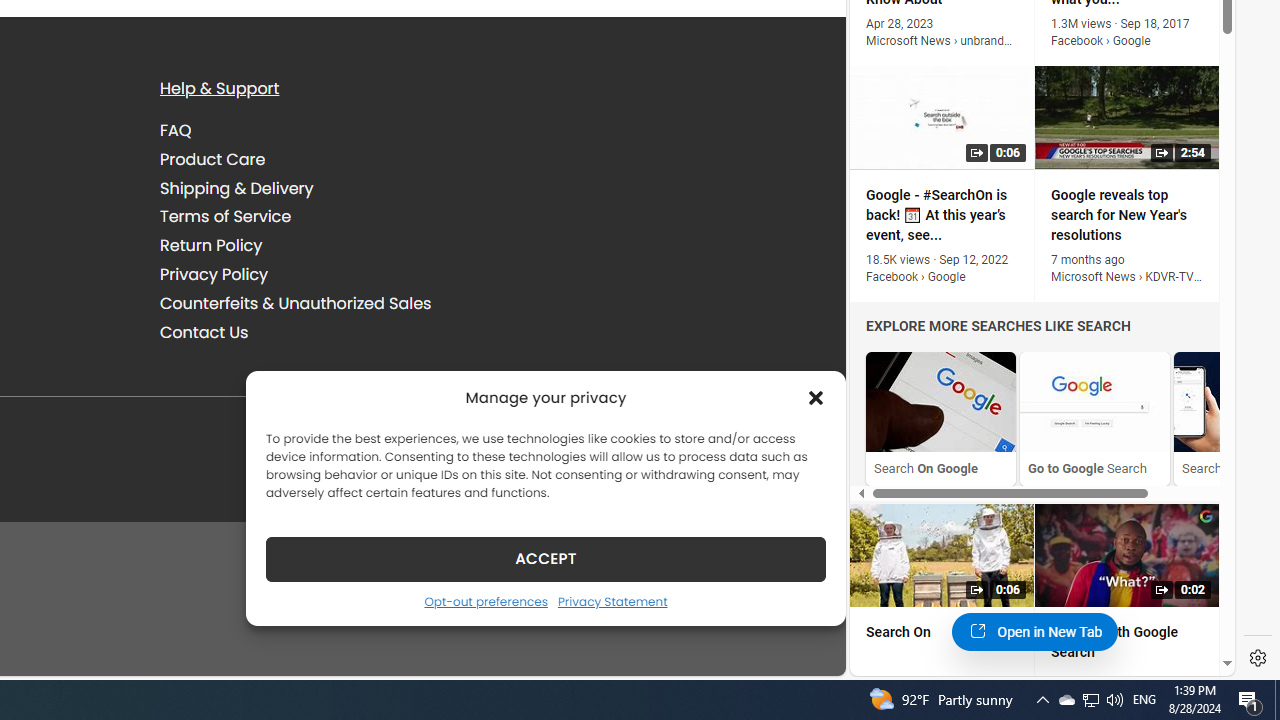 This screenshot has width=1280, height=720. Describe the element at coordinates (940, 417) in the screenshot. I see `'Search On Google'` at that location.